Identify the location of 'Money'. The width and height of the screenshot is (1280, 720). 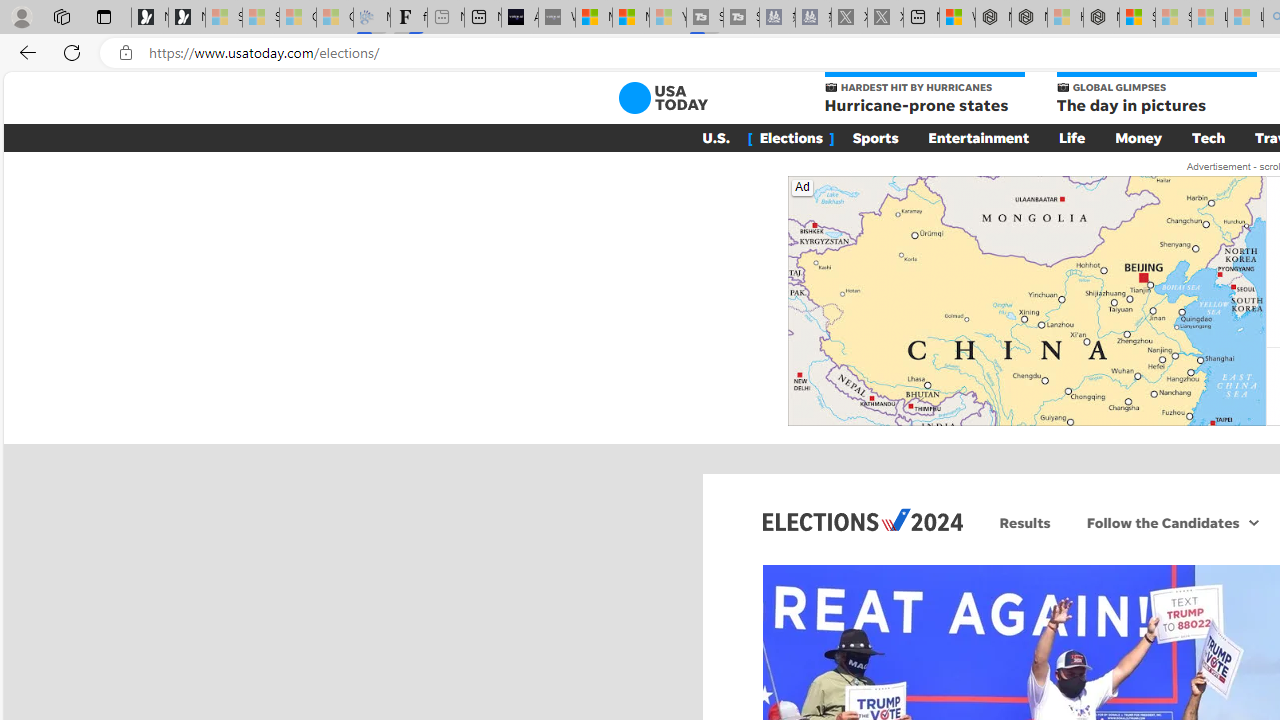
(1138, 136).